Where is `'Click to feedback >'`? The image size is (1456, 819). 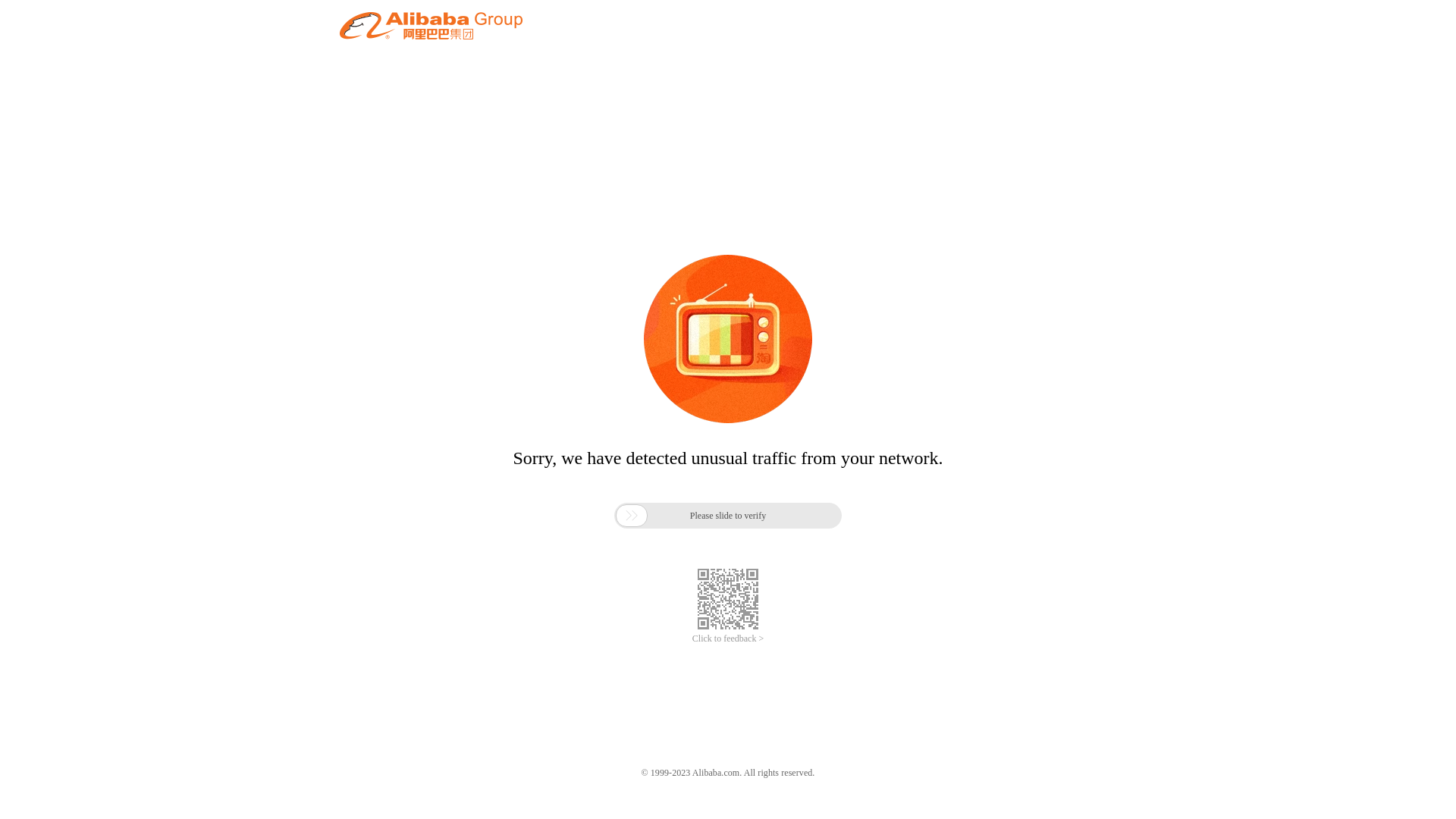
'Click to feedback >' is located at coordinates (691, 639).